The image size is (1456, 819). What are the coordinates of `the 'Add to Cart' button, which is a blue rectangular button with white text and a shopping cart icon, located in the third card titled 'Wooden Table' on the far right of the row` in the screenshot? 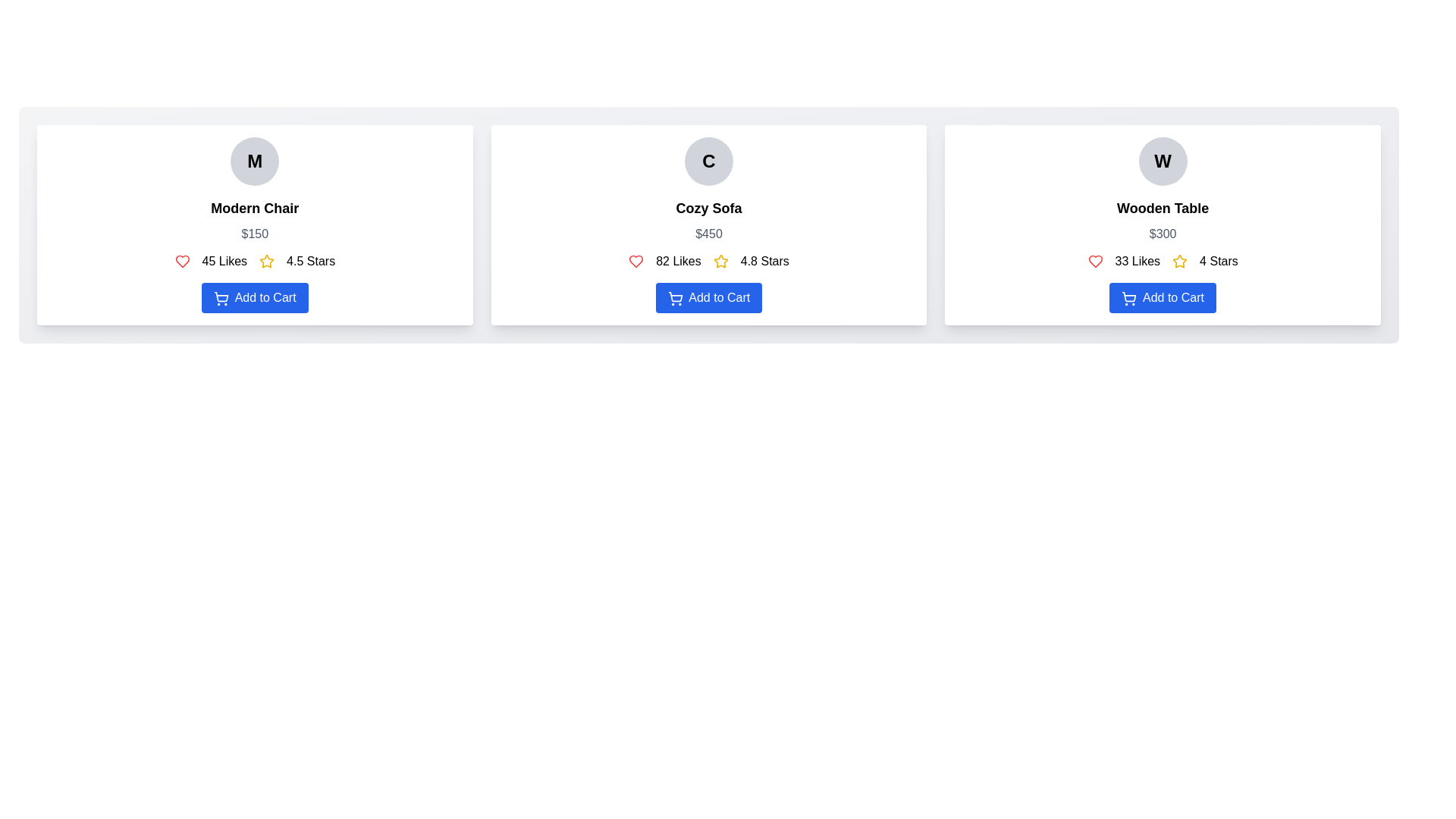 It's located at (1162, 298).